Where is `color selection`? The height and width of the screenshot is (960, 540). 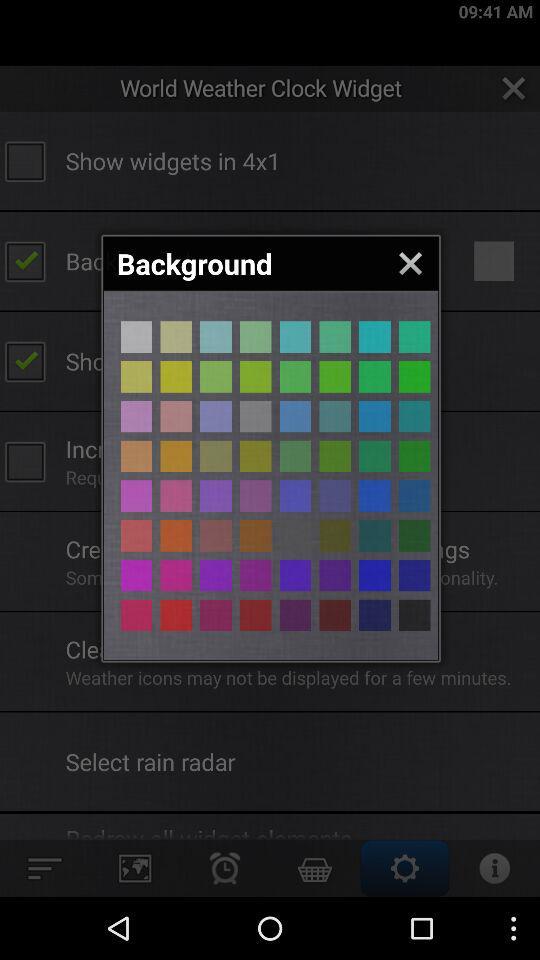
color selection is located at coordinates (413, 375).